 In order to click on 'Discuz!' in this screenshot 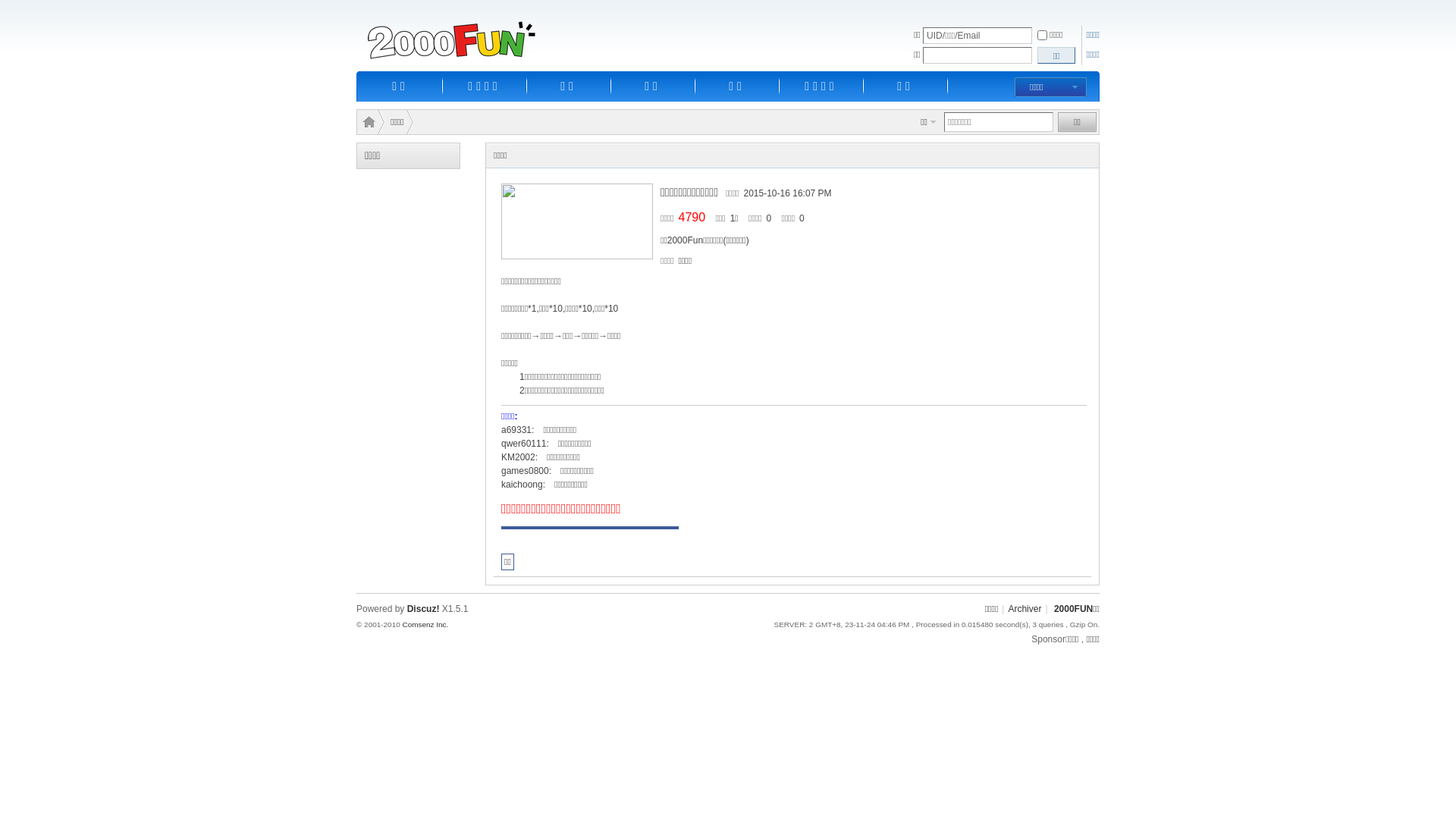, I will do `click(423, 607)`.